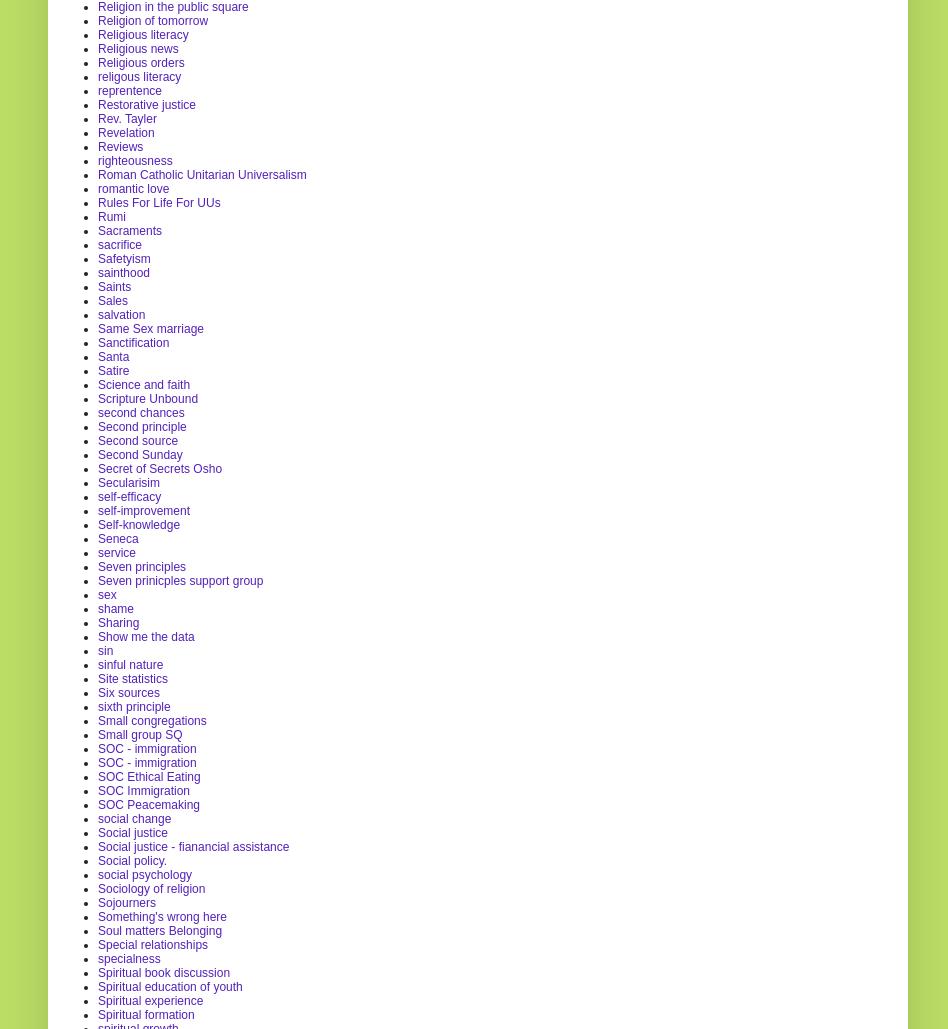  What do you see at coordinates (150, 888) in the screenshot?
I see `'Sociology of religion'` at bounding box center [150, 888].